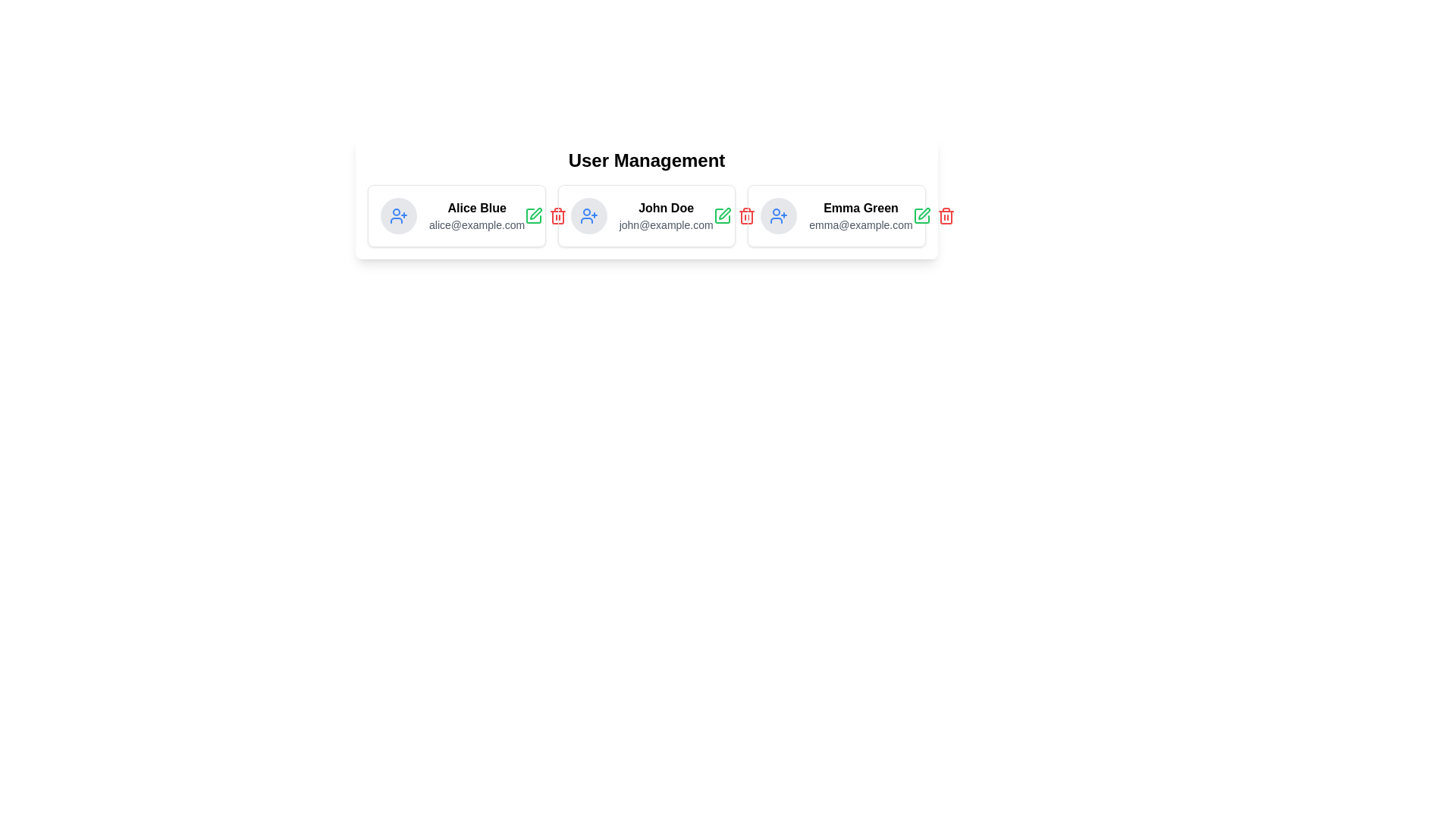 Image resolution: width=1456 pixels, height=819 pixels. What do you see at coordinates (921, 216) in the screenshot?
I see `the visual representation of the edit icon, which is a square with rounded corners and a pen, located in the user card area next to Emma Green's name and email` at bounding box center [921, 216].